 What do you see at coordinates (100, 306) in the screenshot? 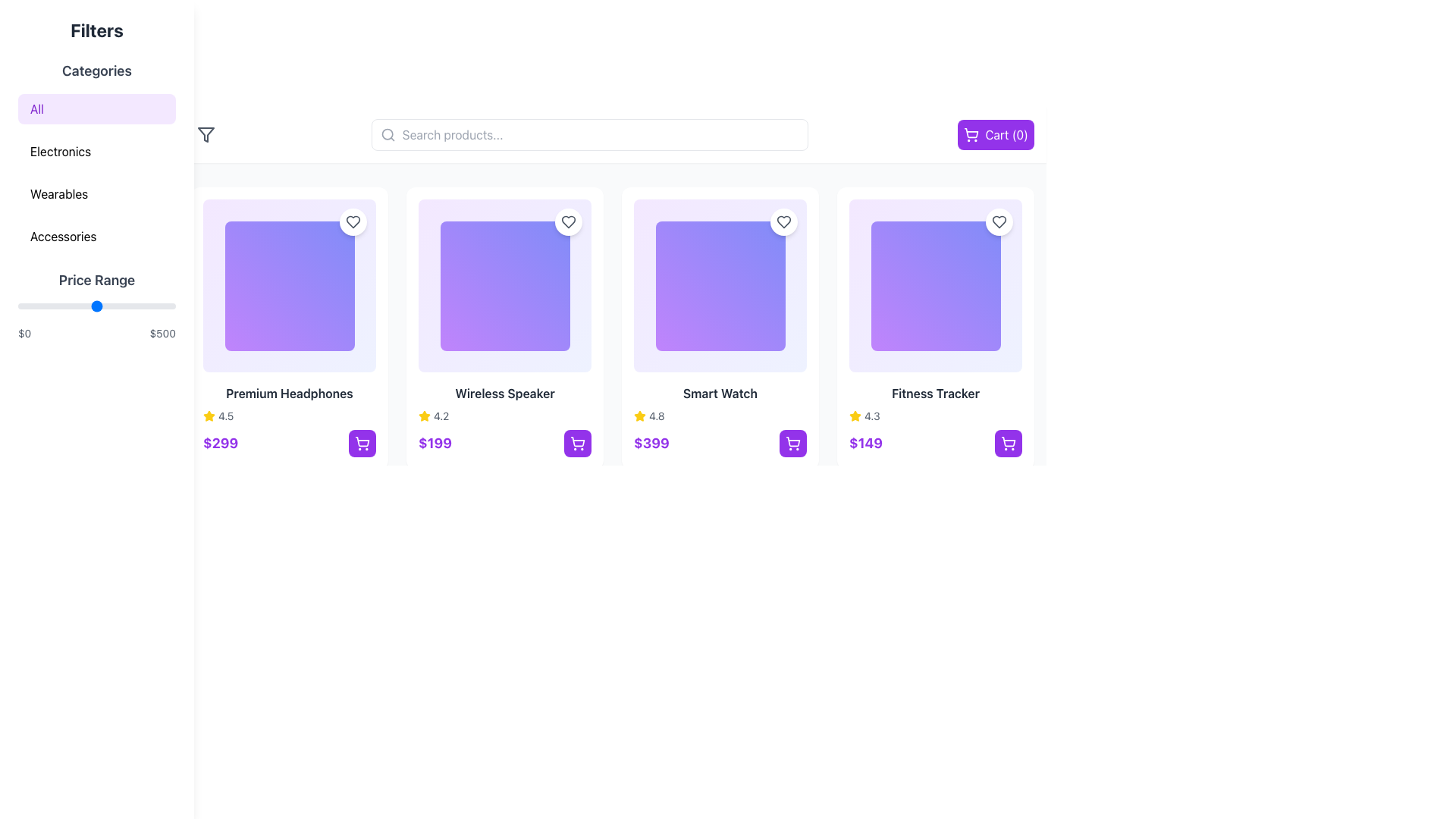
I see `the price range slider` at bounding box center [100, 306].